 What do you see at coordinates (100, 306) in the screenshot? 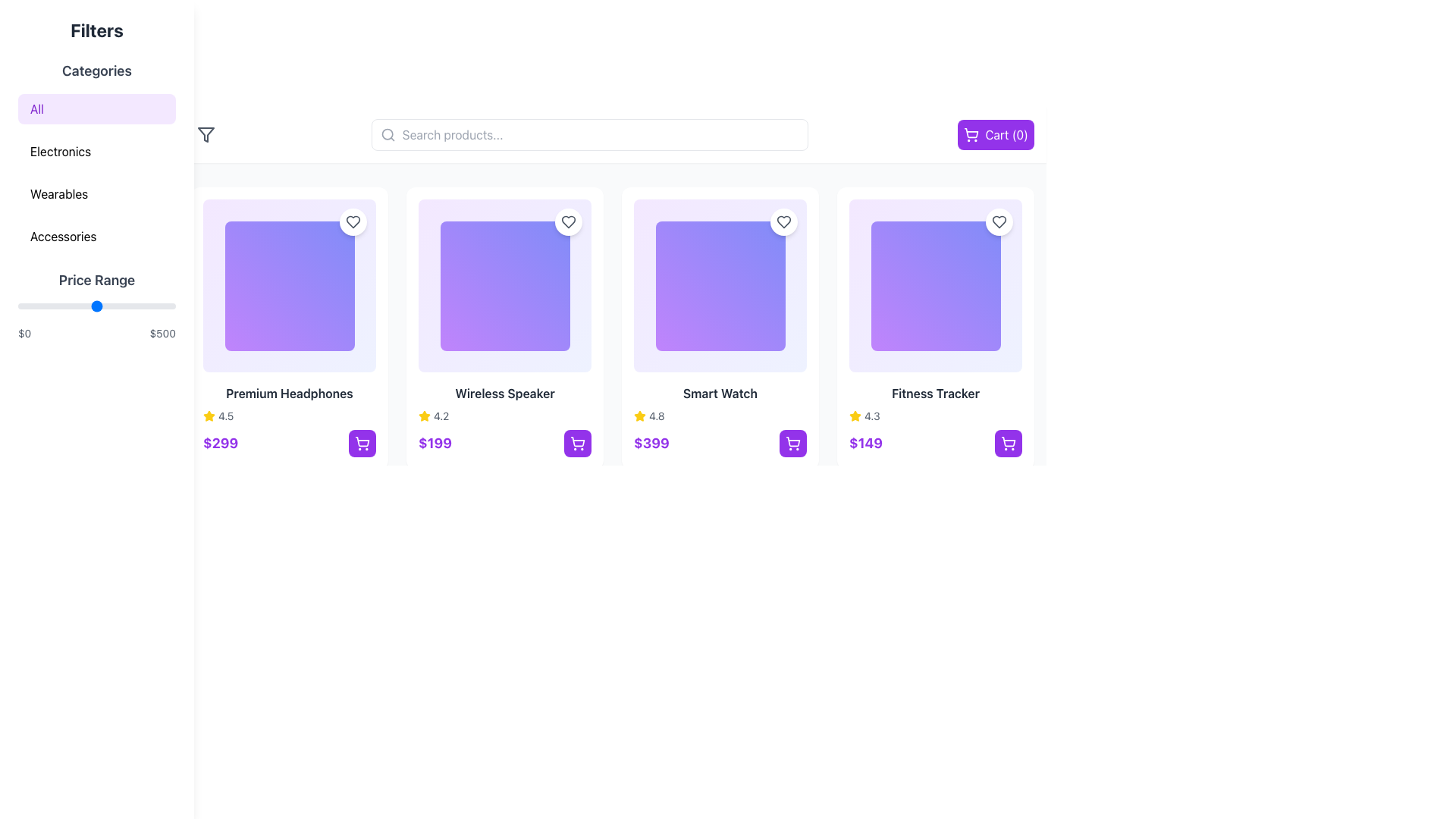
I see `the price range slider` at bounding box center [100, 306].